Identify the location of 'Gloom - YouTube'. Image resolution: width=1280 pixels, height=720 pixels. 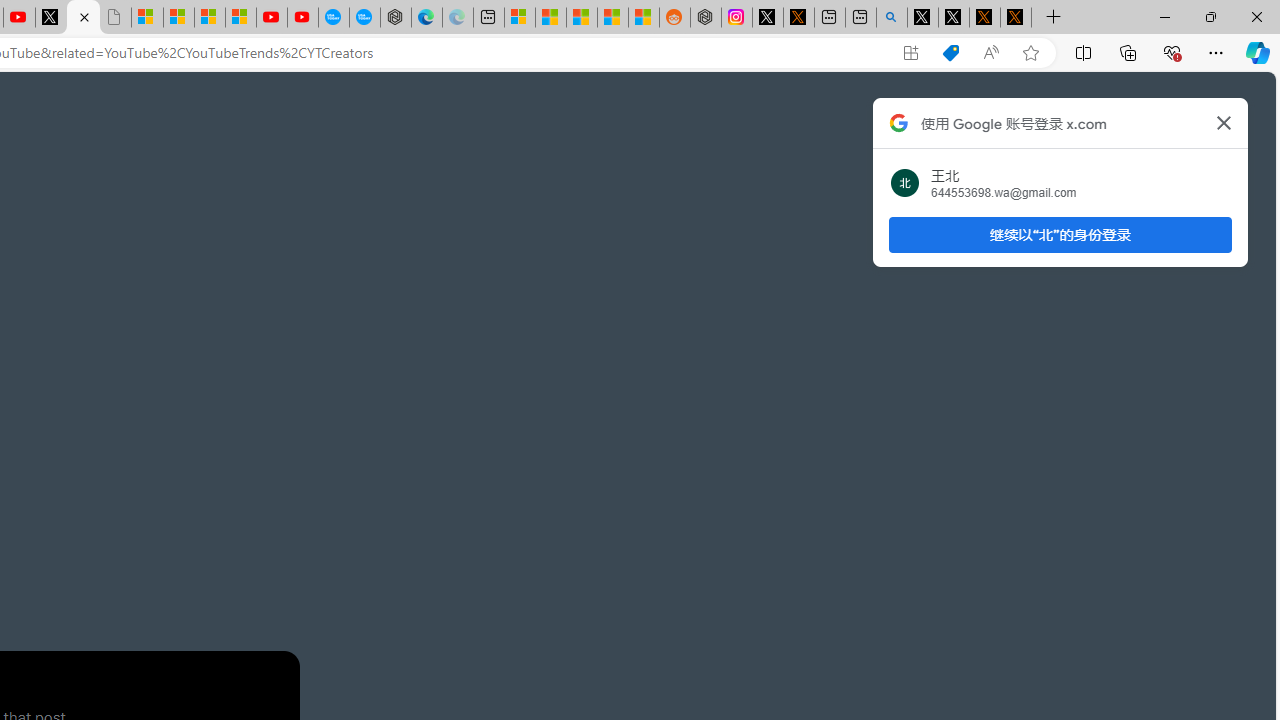
(271, 17).